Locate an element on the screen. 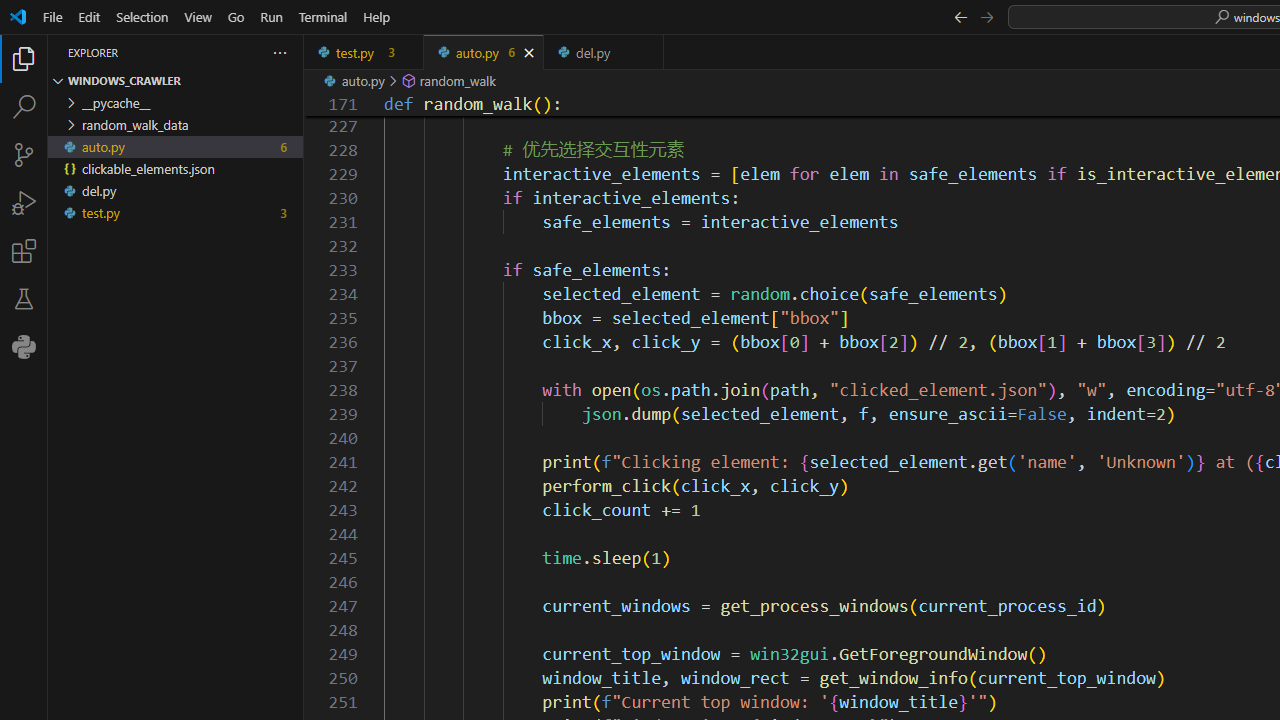  'Views and More Actions...' is located at coordinates (278, 51).